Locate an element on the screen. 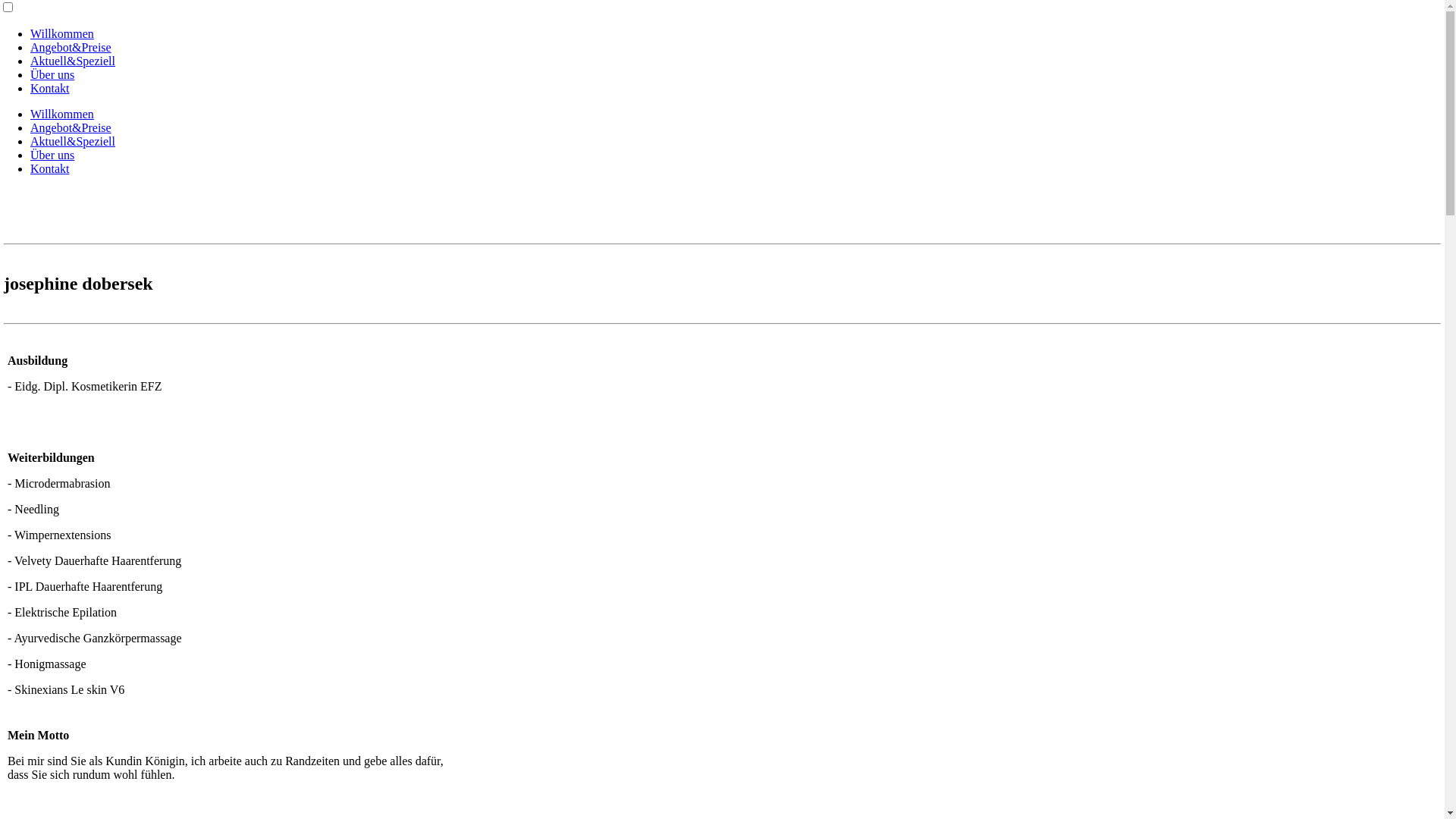 This screenshot has width=1456, height=819. 'Willkommen' is located at coordinates (61, 33).